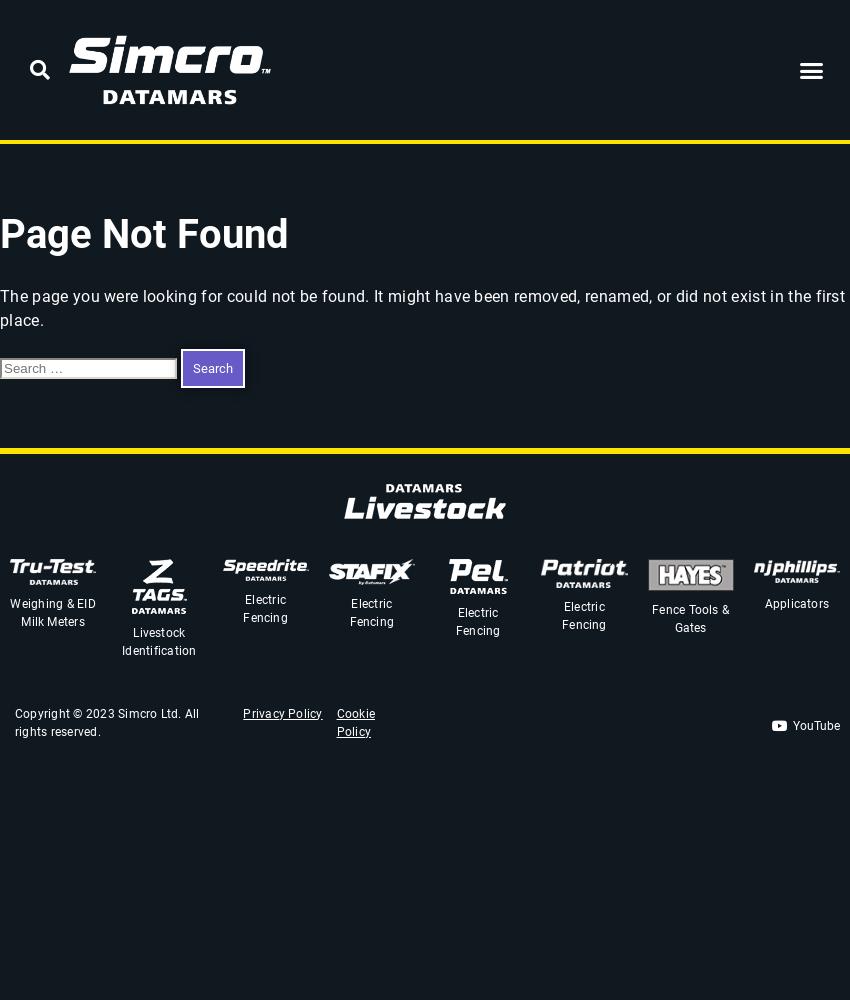 Image resolution: width=850 pixels, height=1000 pixels. Describe the element at coordinates (689, 618) in the screenshot. I see `'Fence Tools & Gates'` at that location.